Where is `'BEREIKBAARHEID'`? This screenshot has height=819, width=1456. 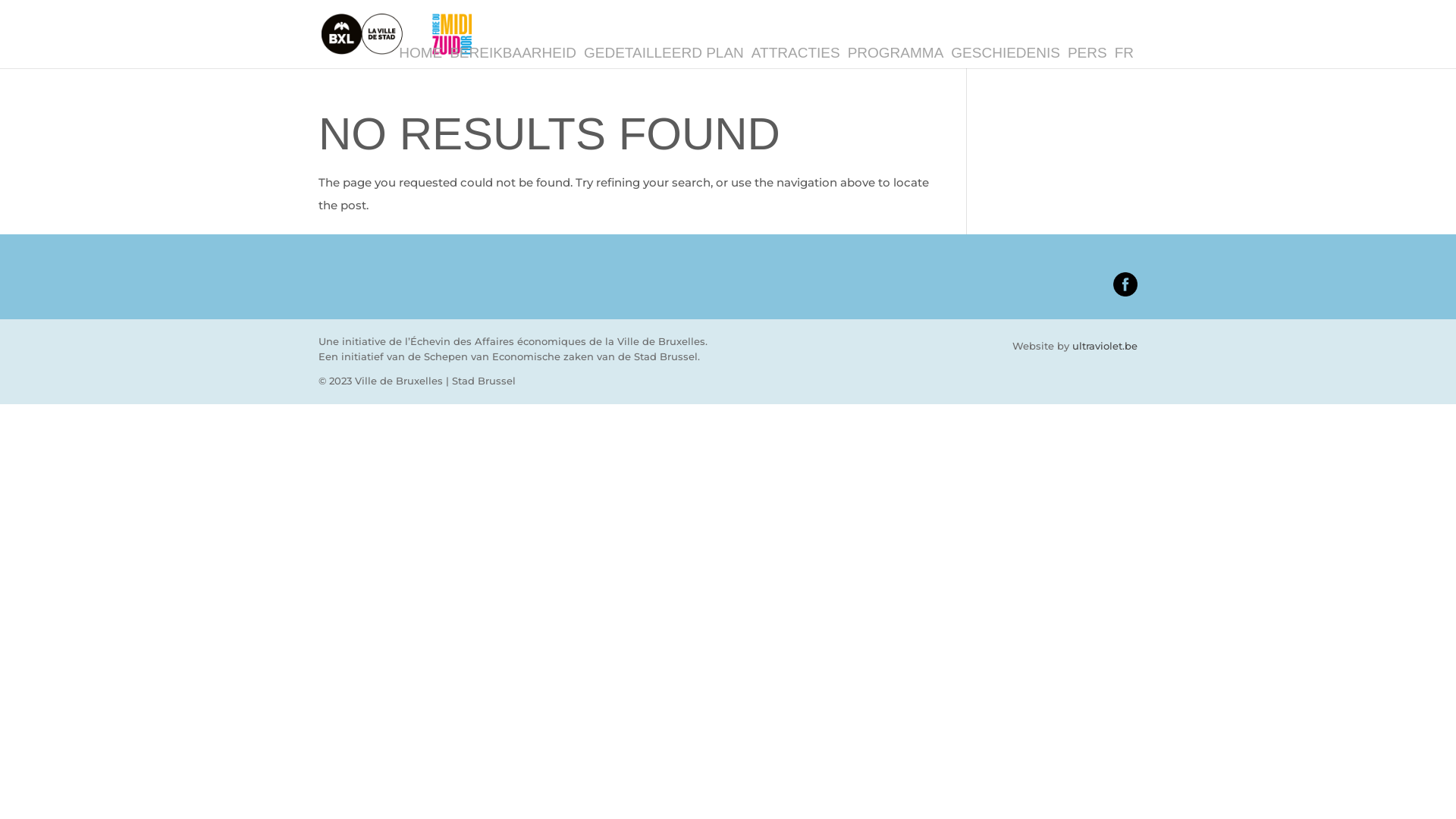 'BEREIKBAARHEID' is located at coordinates (513, 52).